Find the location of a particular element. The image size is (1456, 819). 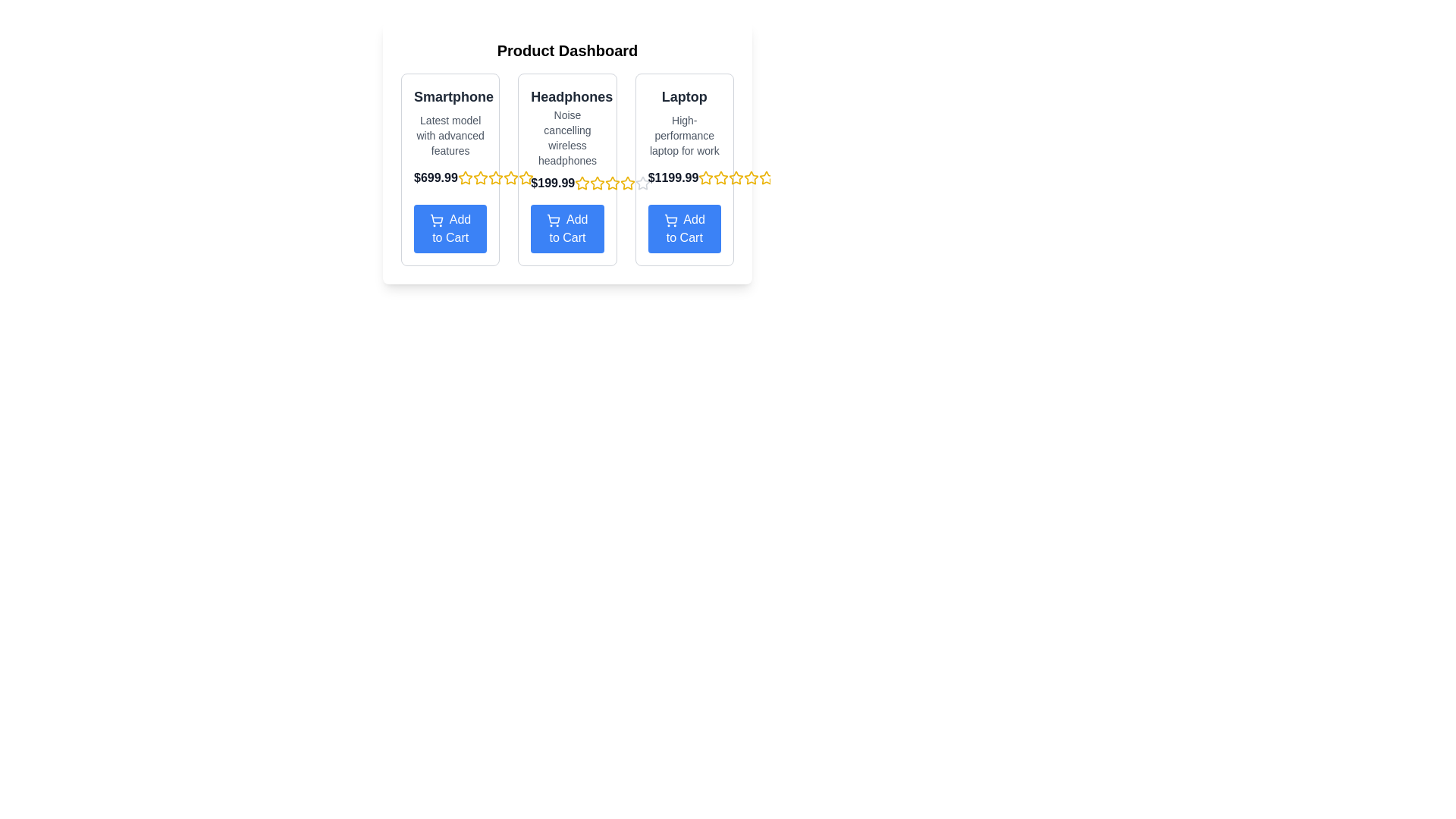

the shopping cart icon located within the 'Add to Cart' button of the second product card titled 'Headphones' is located at coordinates (553, 218).